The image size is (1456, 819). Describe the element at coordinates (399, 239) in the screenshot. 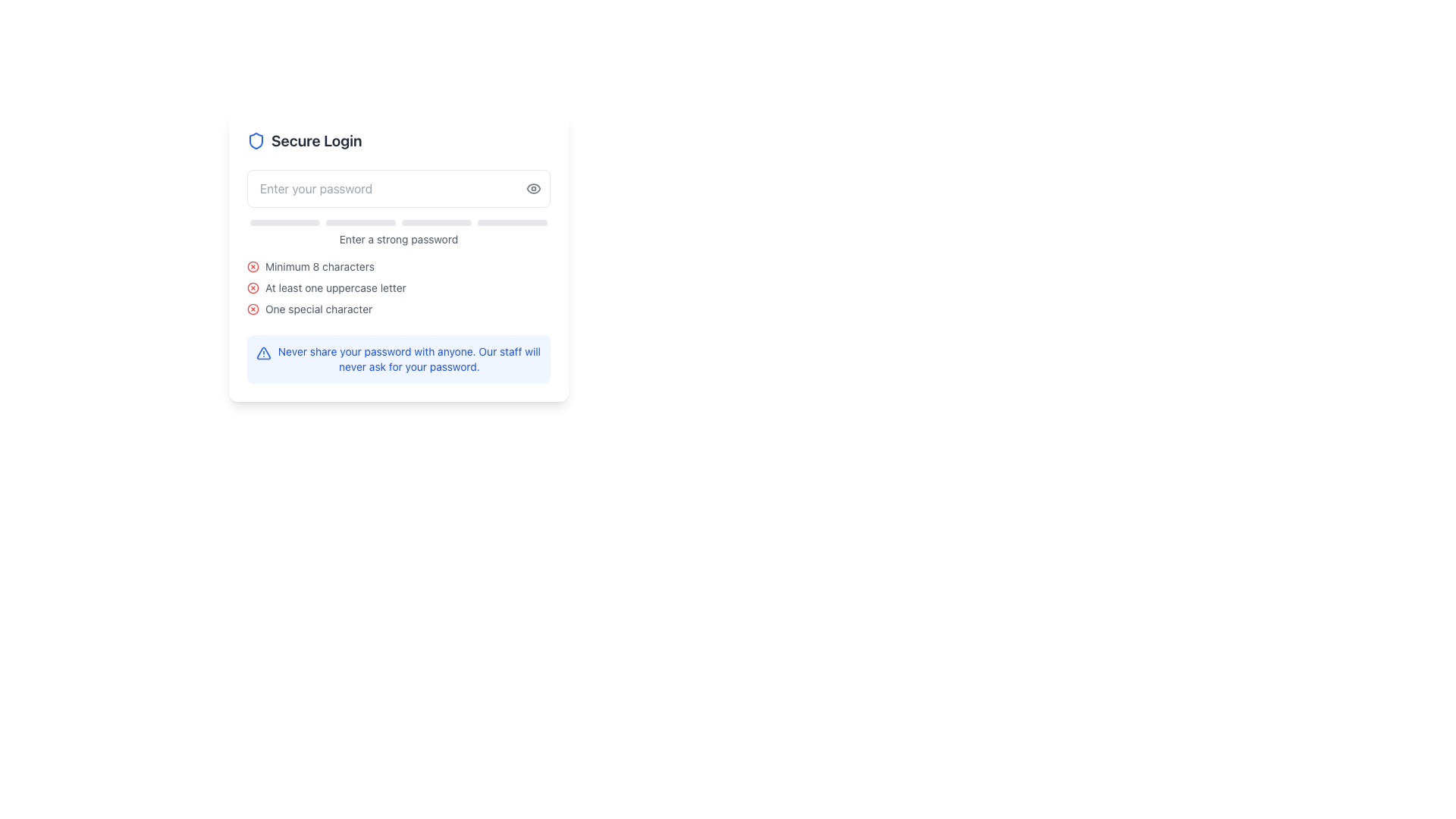

I see `the text label displaying 'Enter a strong password', which is styled in small gray font and located below a set of four progress indicators` at that location.